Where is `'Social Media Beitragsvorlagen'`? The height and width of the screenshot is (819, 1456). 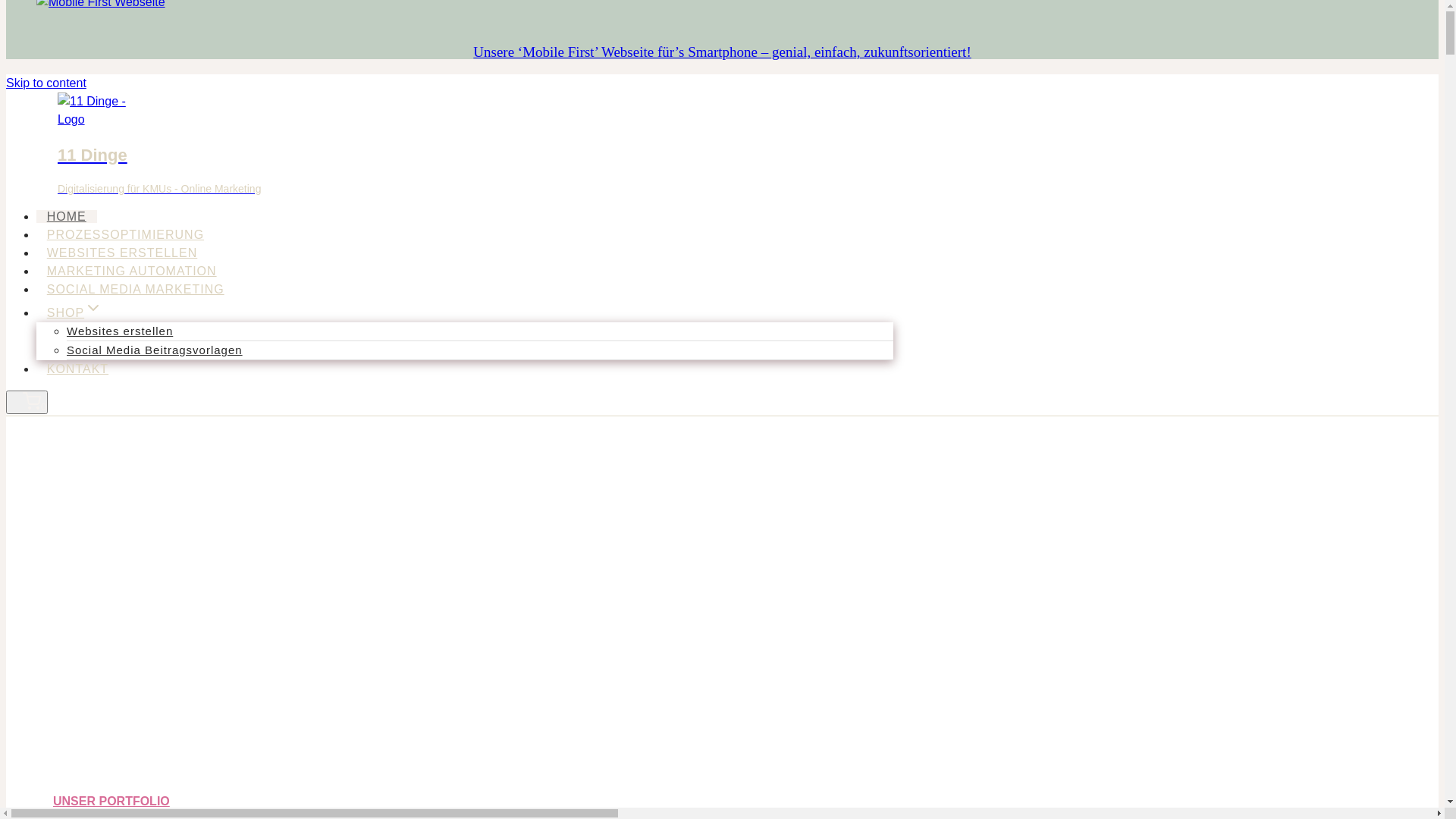
'Social Media Beitragsvorlagen' is located at coordinates (154, 350).